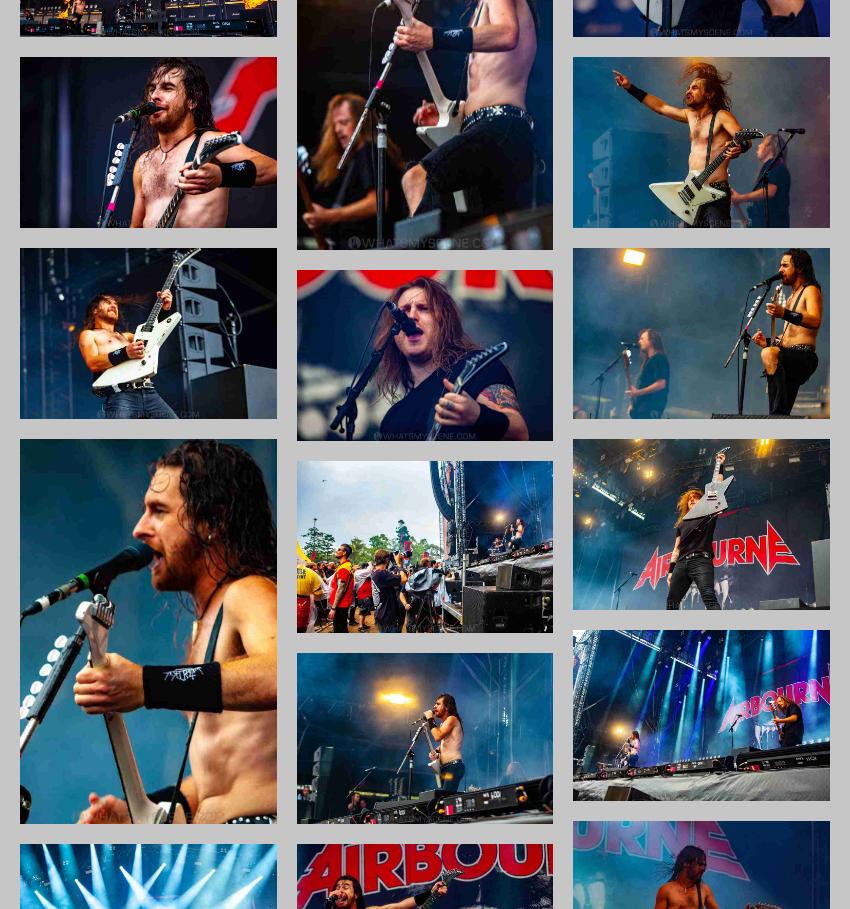  Describe the element at coordinates (674, 301) in the screenshot. I see `'January 2022'` at that location.